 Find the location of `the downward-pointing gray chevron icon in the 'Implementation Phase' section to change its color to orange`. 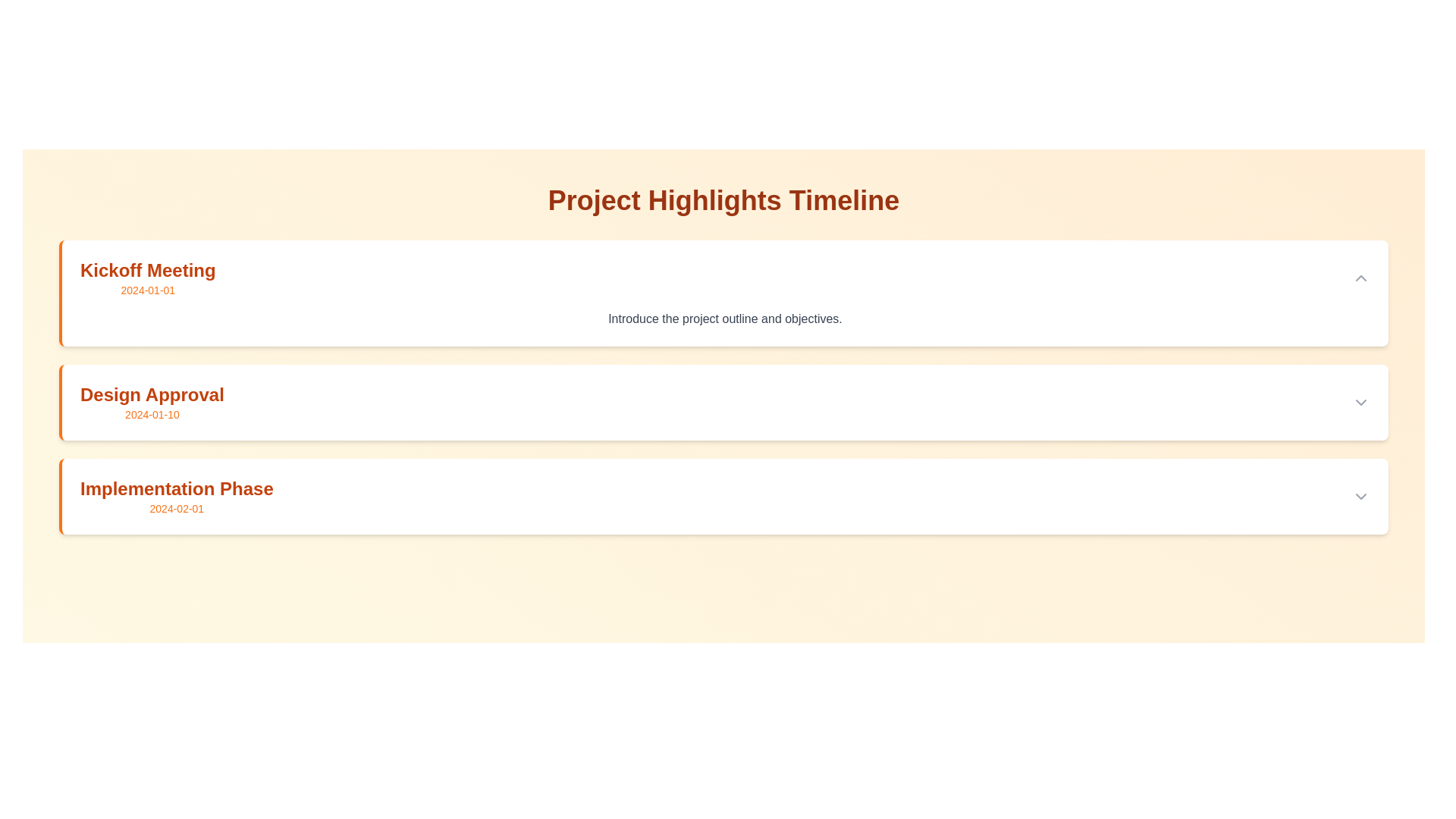

the downward-pointing gray chevron icon in the 'Implementation Phase' section to change its color to orange is located at coordinates (1361, 497).